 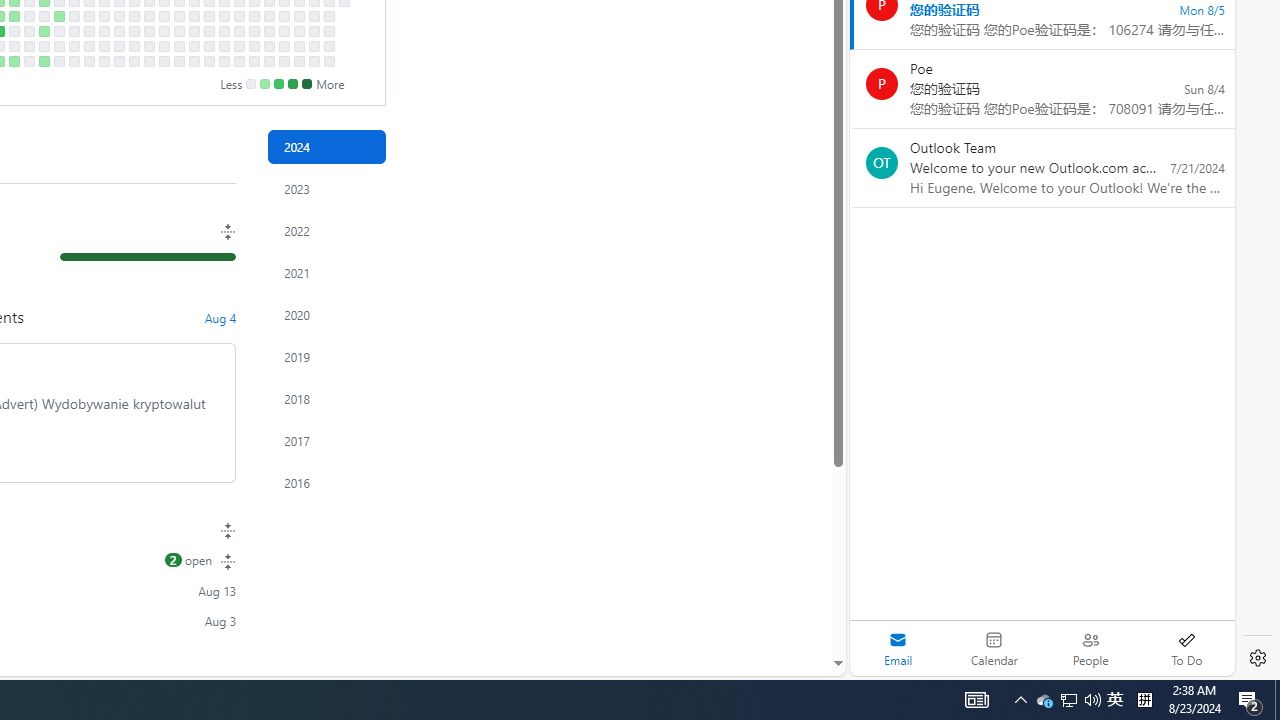 I want to click on 'Aug 4', so click(x=220, y=316).